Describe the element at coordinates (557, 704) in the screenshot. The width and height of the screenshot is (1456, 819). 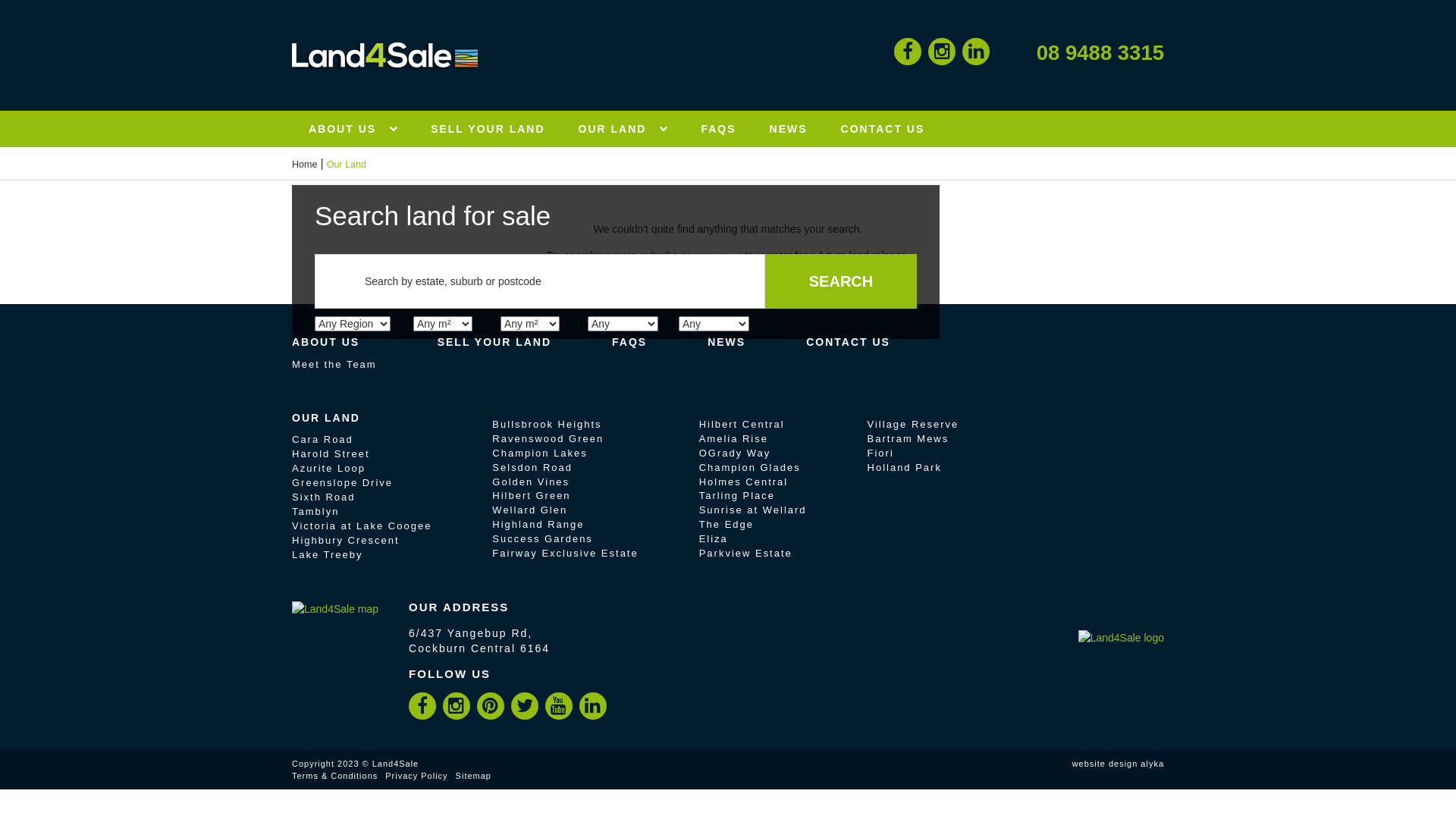
I see `'YouTube'` at that location.